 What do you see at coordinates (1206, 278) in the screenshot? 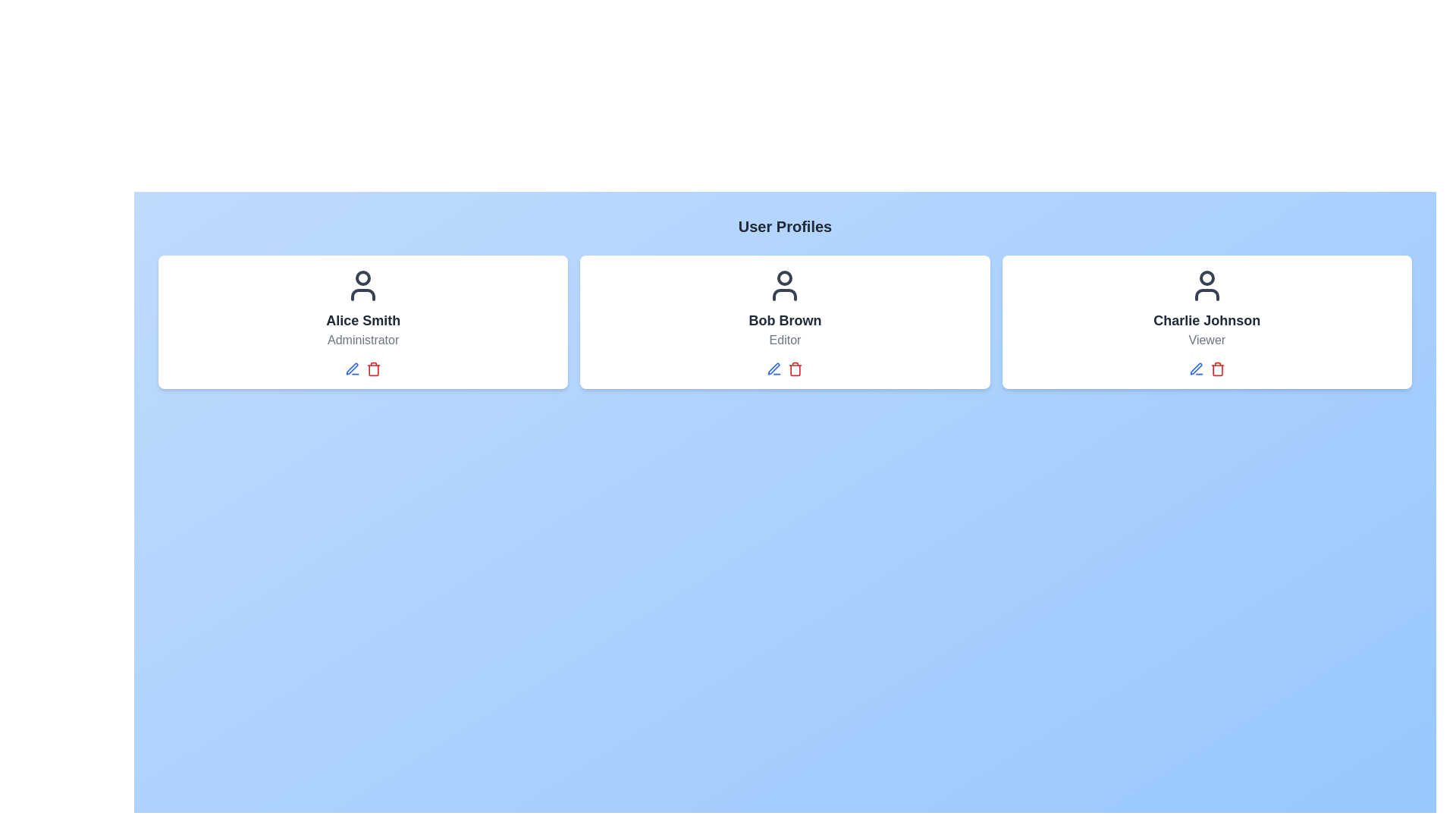
I see `the topmost circular graphical icon component representing Charlie Johnson's user profile` at bounding box center [1206, 278].